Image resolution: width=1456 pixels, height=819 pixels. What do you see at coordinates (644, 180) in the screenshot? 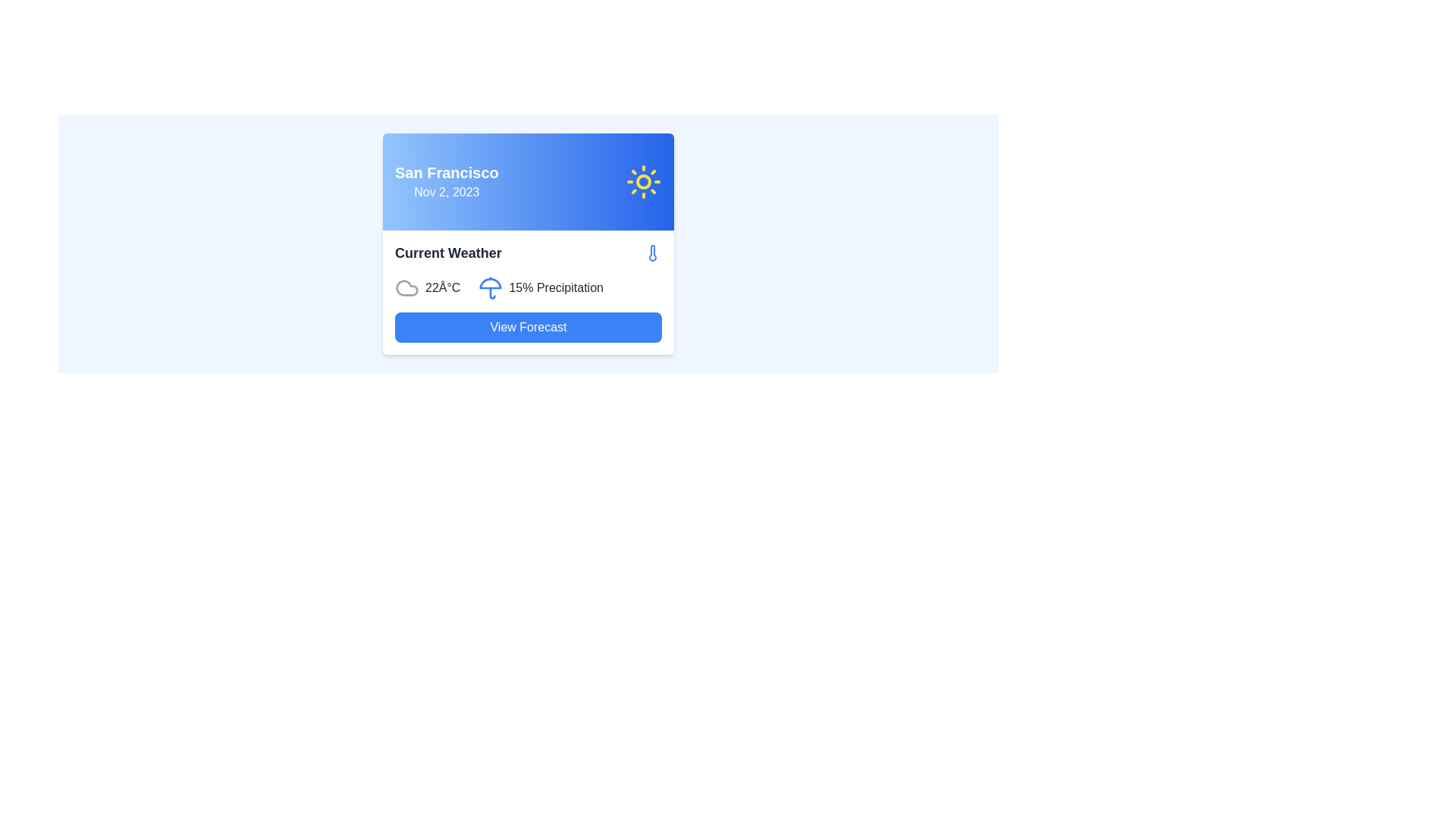
I see `the center circle within the sun icon on the weather card, which indicates sunny weather conditions` at bounding box center [644, 180].